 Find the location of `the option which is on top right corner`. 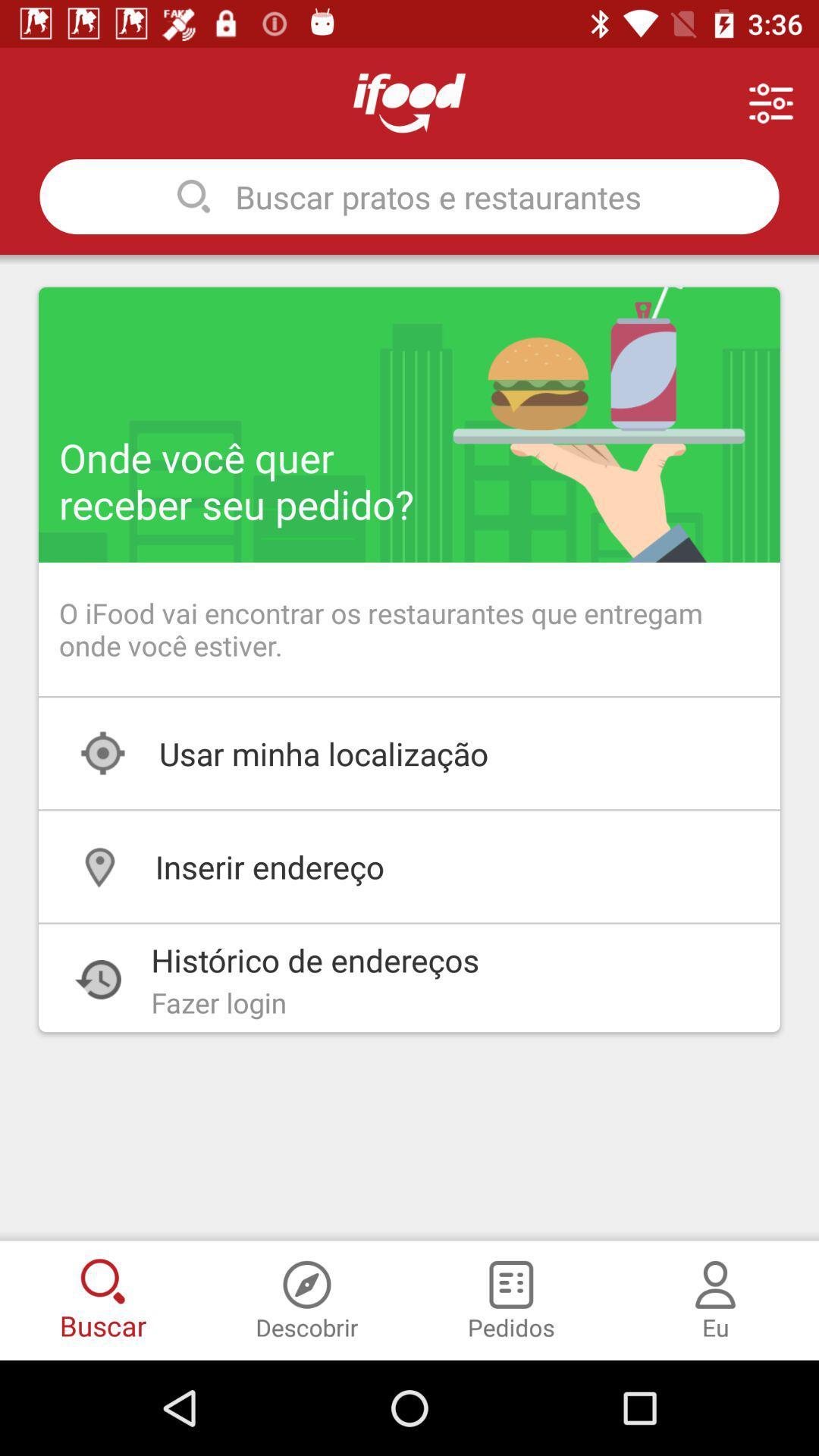

the option which is on top right corner is located at coordinates (771, 102).